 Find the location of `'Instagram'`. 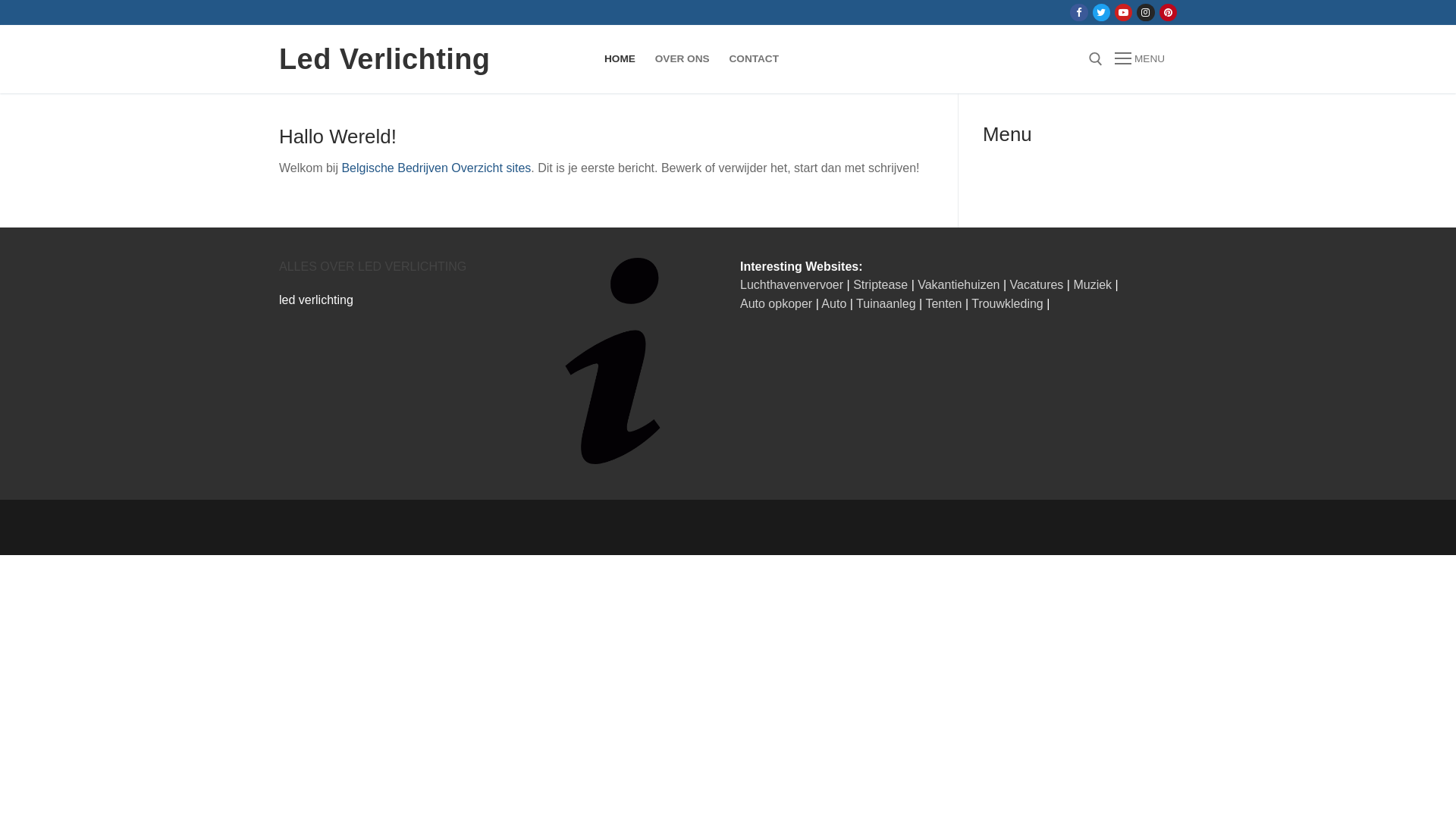

'Instagram' is located at coordinates (1145, 12).